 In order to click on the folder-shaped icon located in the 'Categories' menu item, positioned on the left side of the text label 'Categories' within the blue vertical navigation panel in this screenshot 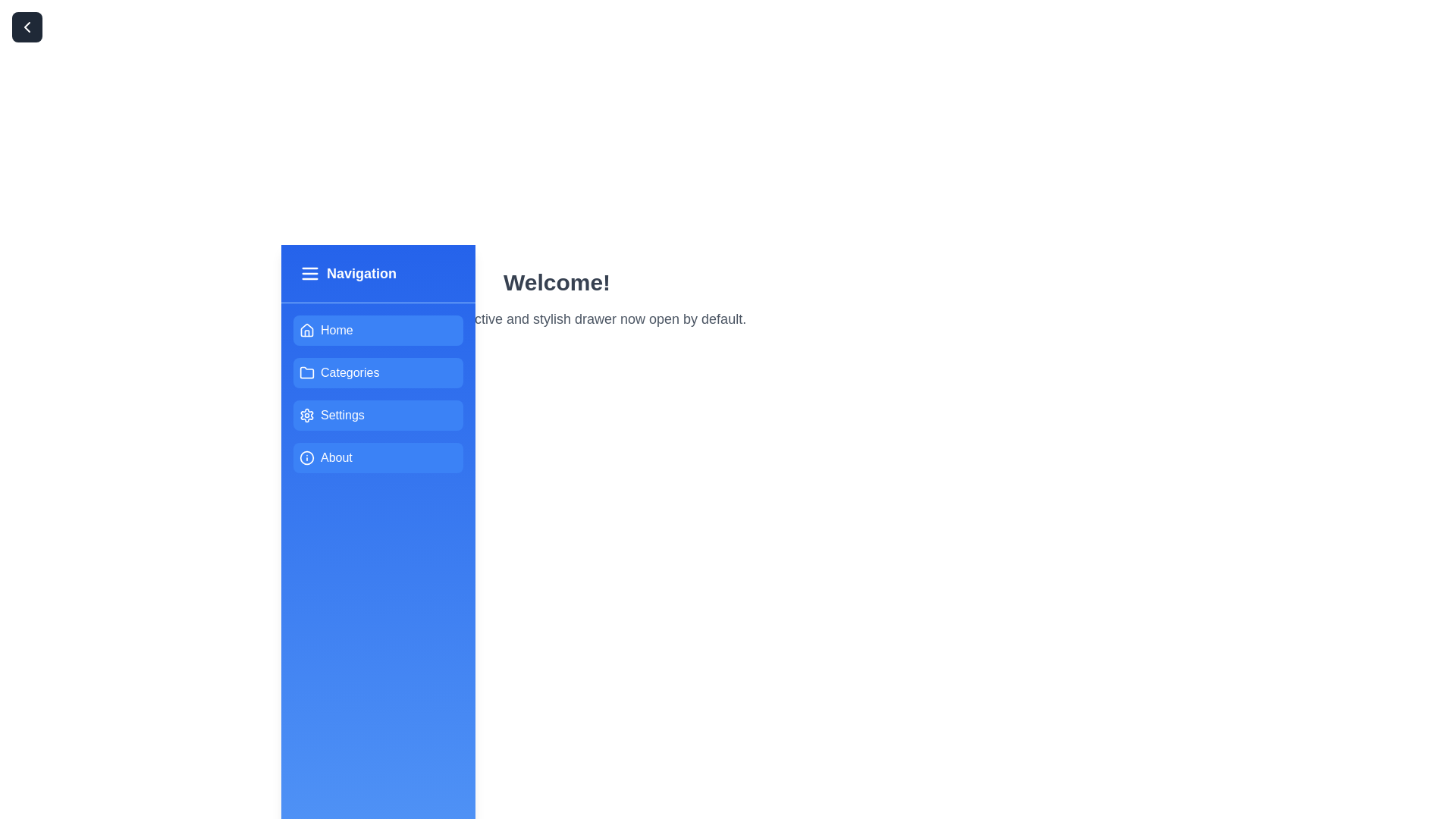, I will do `click(306, 373)`.